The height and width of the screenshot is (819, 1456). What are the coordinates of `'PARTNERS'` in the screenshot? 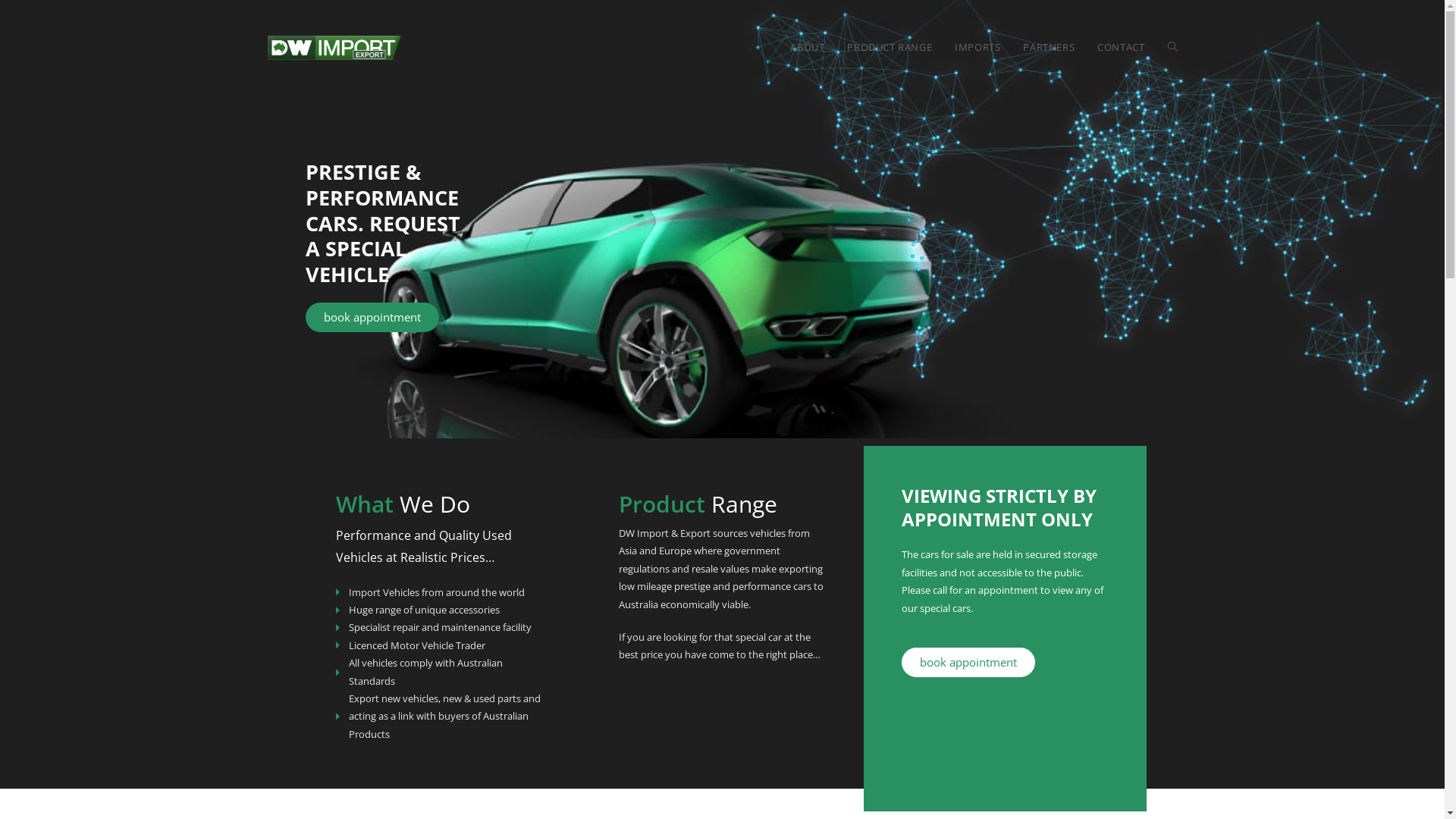 It's located at (1047, 46).